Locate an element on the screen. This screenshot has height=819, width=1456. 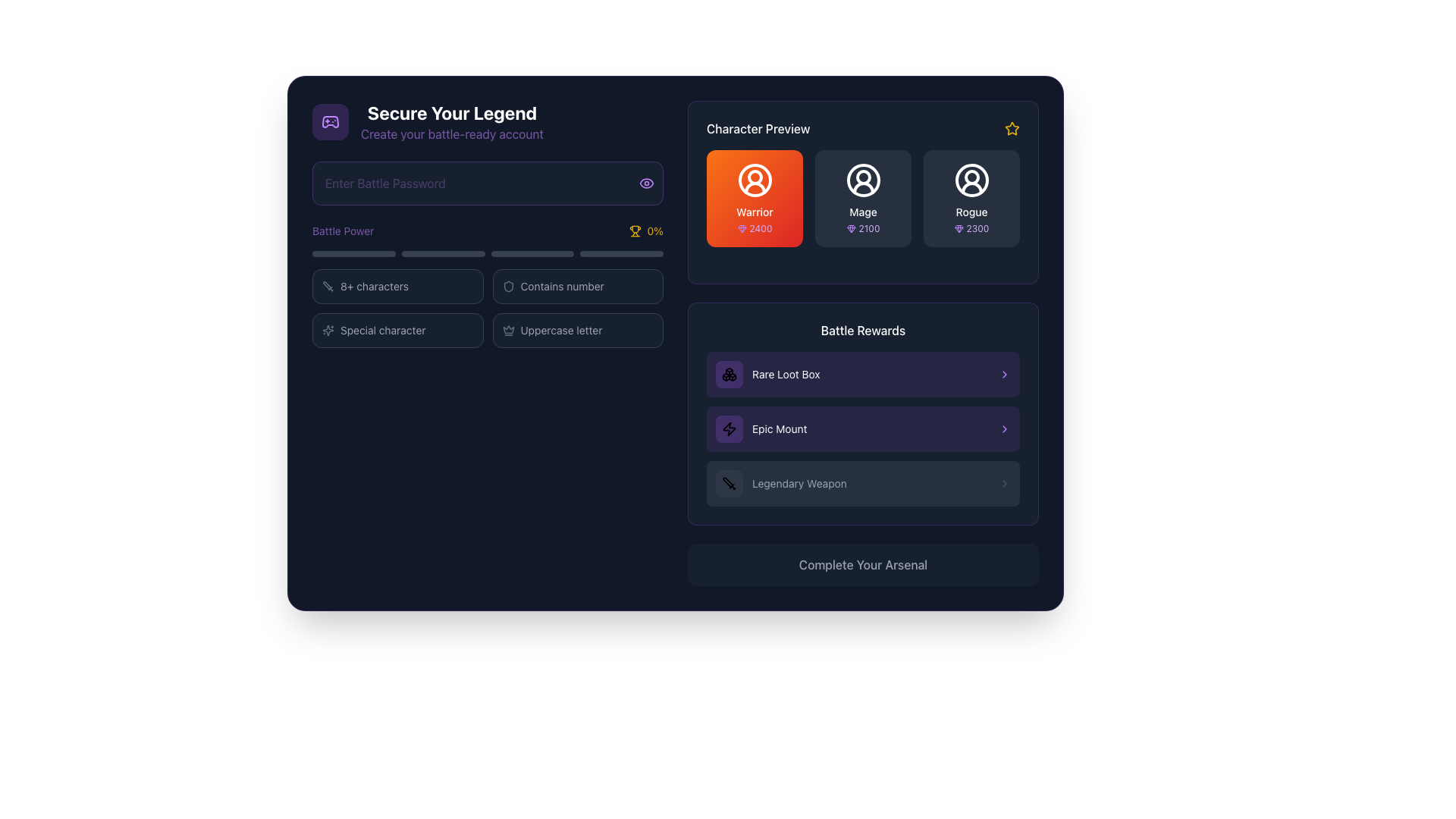
the Decorative SVG circle representing the user avatar icon for the 'Rogue' character, which is the outermost circular shape within the user avatar icon is located at coordinates (971, 180).